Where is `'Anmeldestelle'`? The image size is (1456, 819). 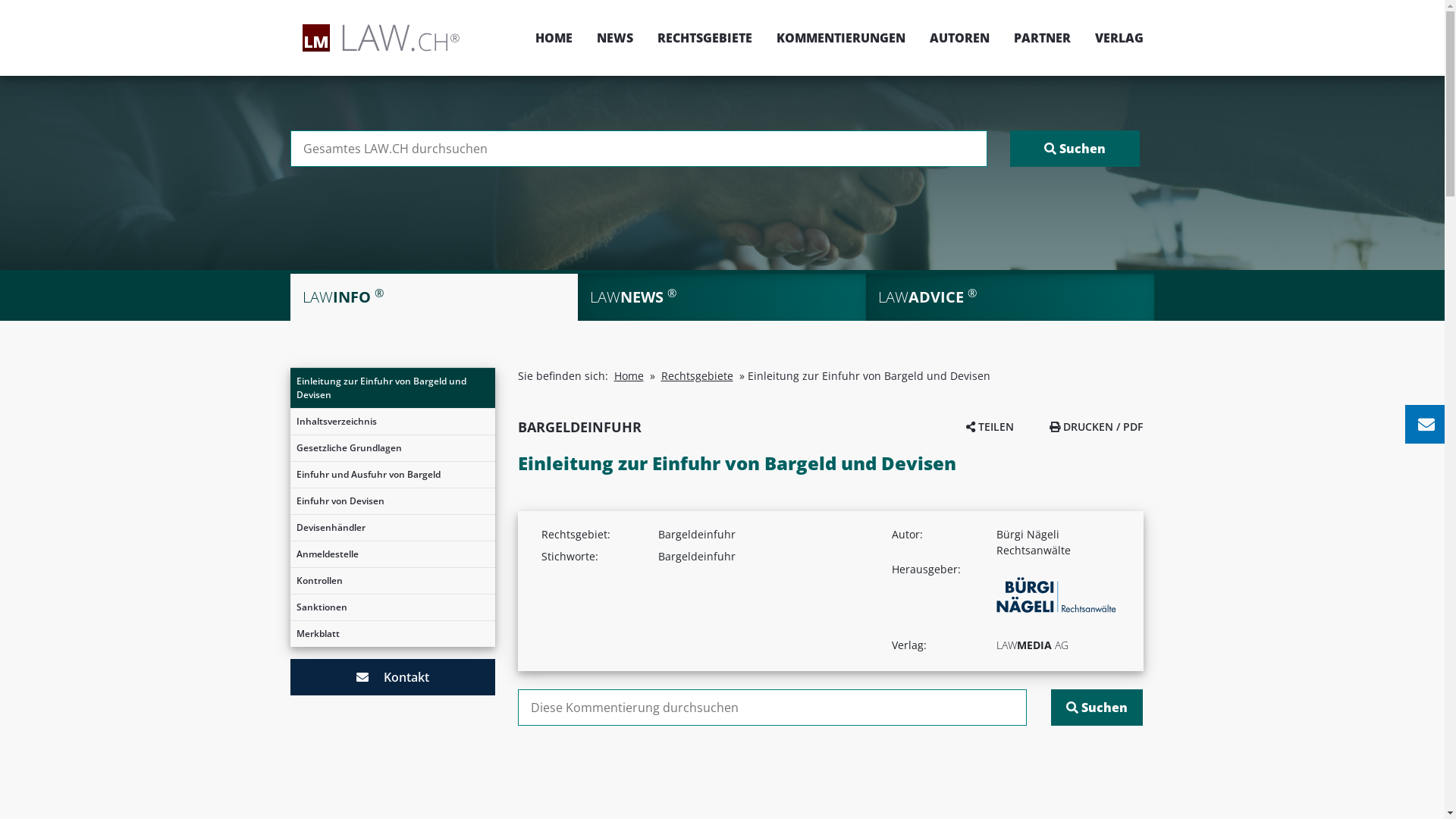 'Anmeldestelle' is located at coordinates (392, 554).